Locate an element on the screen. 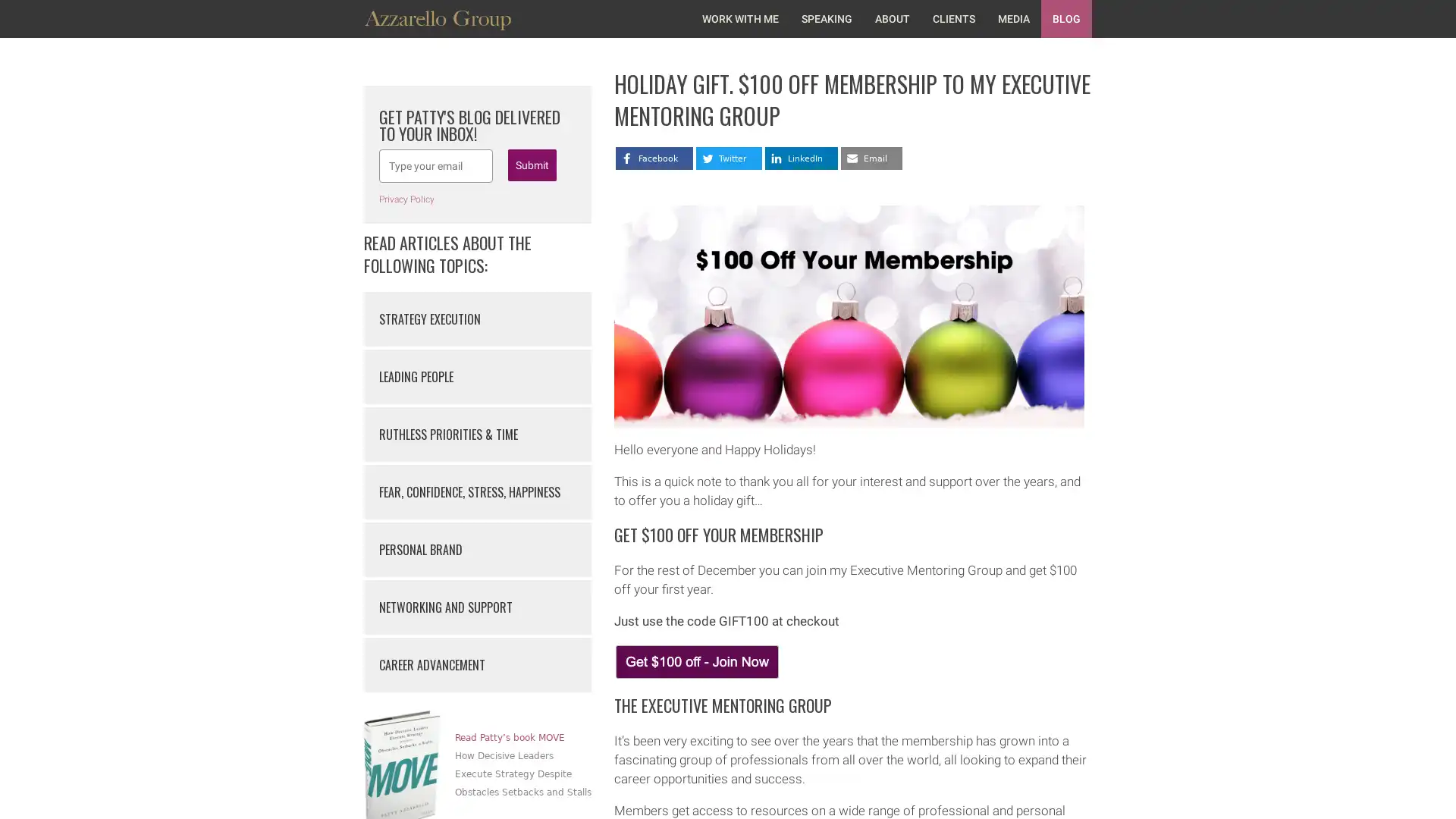 This screenshot has height=819, width=1456. FEAR, CONFIDENCE, STRESS, HAPPINESS is located at coordinates (476, 491).